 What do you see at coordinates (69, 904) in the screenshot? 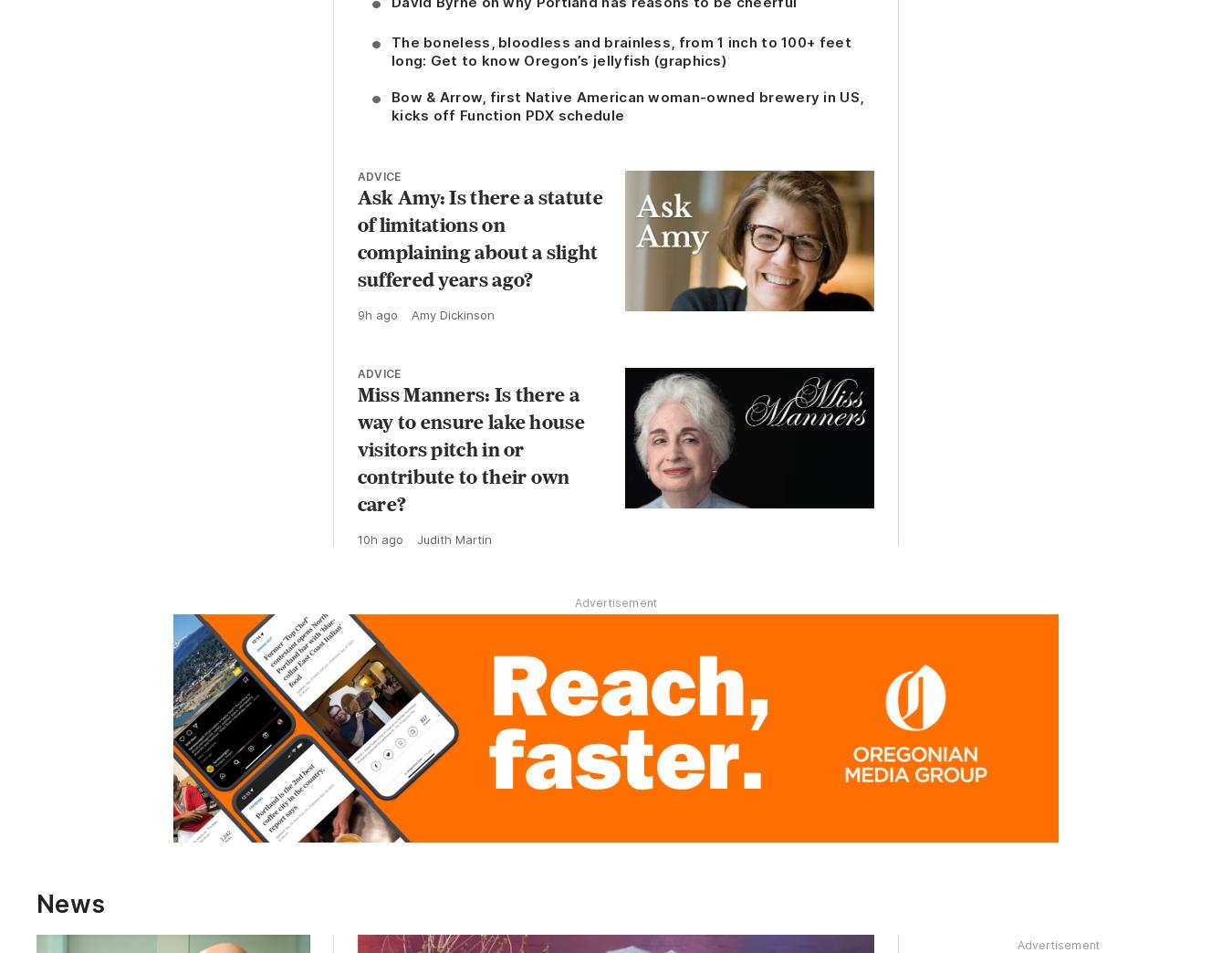
I see `'News'` at bounding box center [69, 904].